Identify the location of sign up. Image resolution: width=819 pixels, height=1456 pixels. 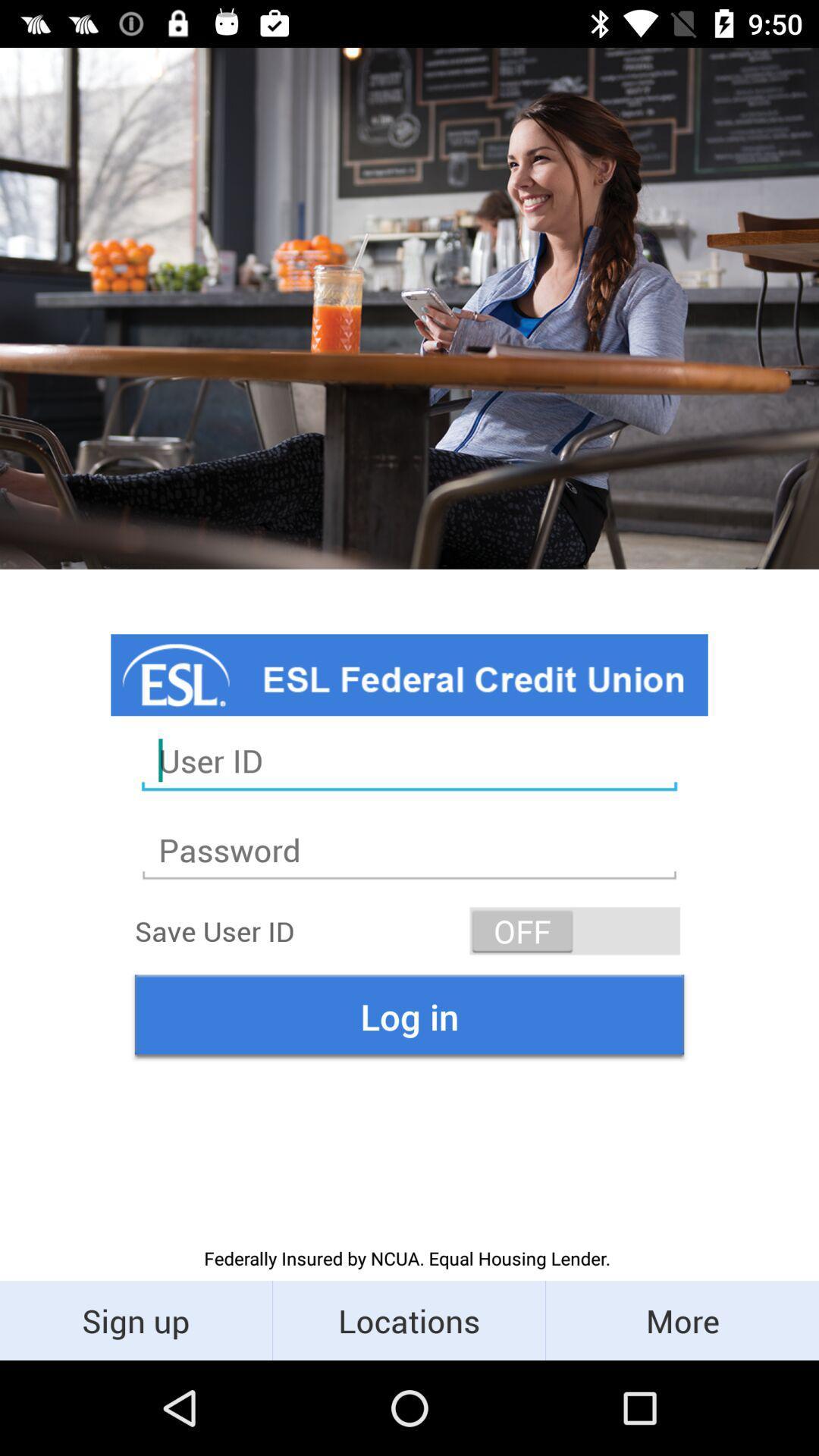
(135, 1319).